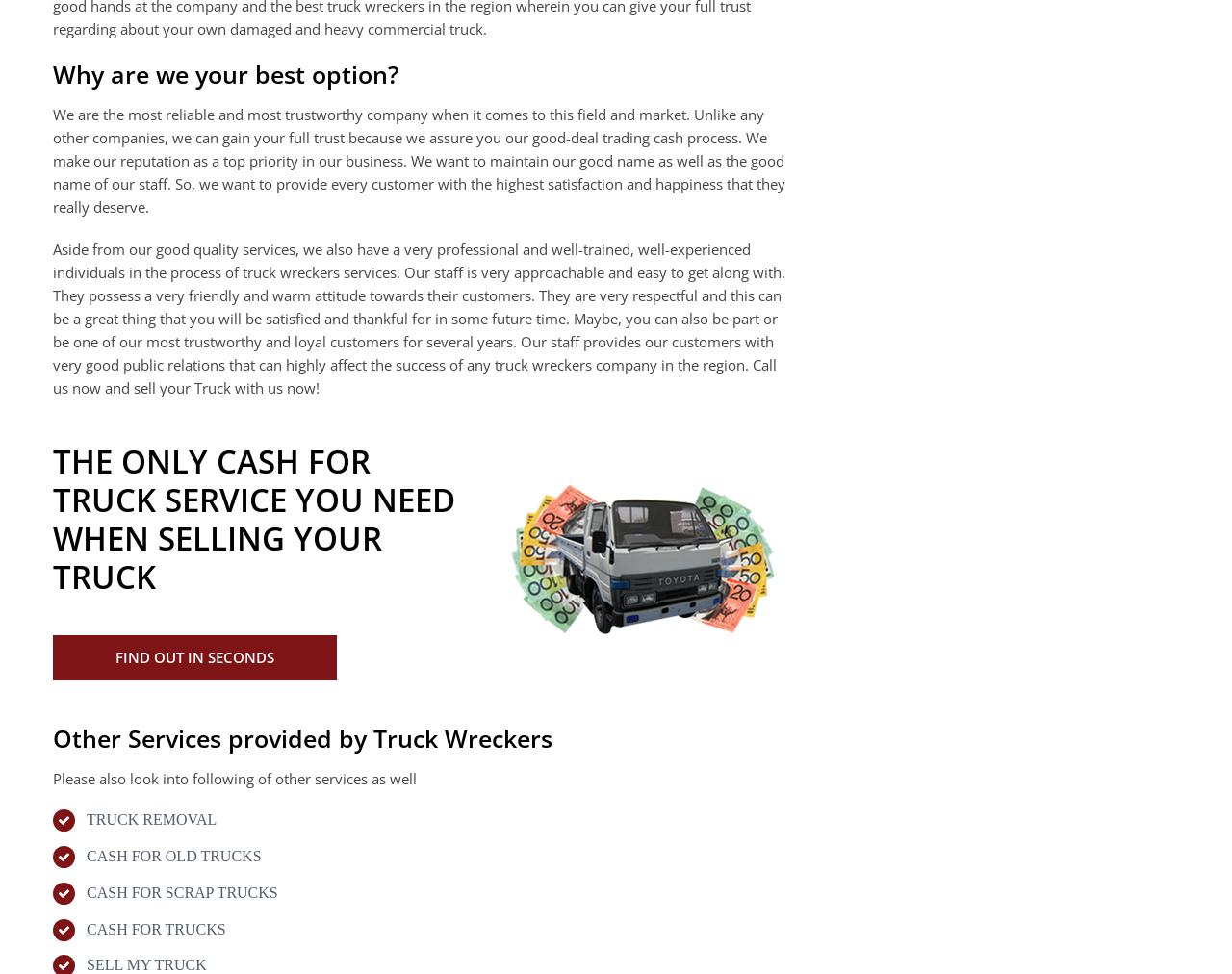 The image size is (1232, 974). I want to click on 'CASH FOR OLD TRUCKS', so click(85, 855).